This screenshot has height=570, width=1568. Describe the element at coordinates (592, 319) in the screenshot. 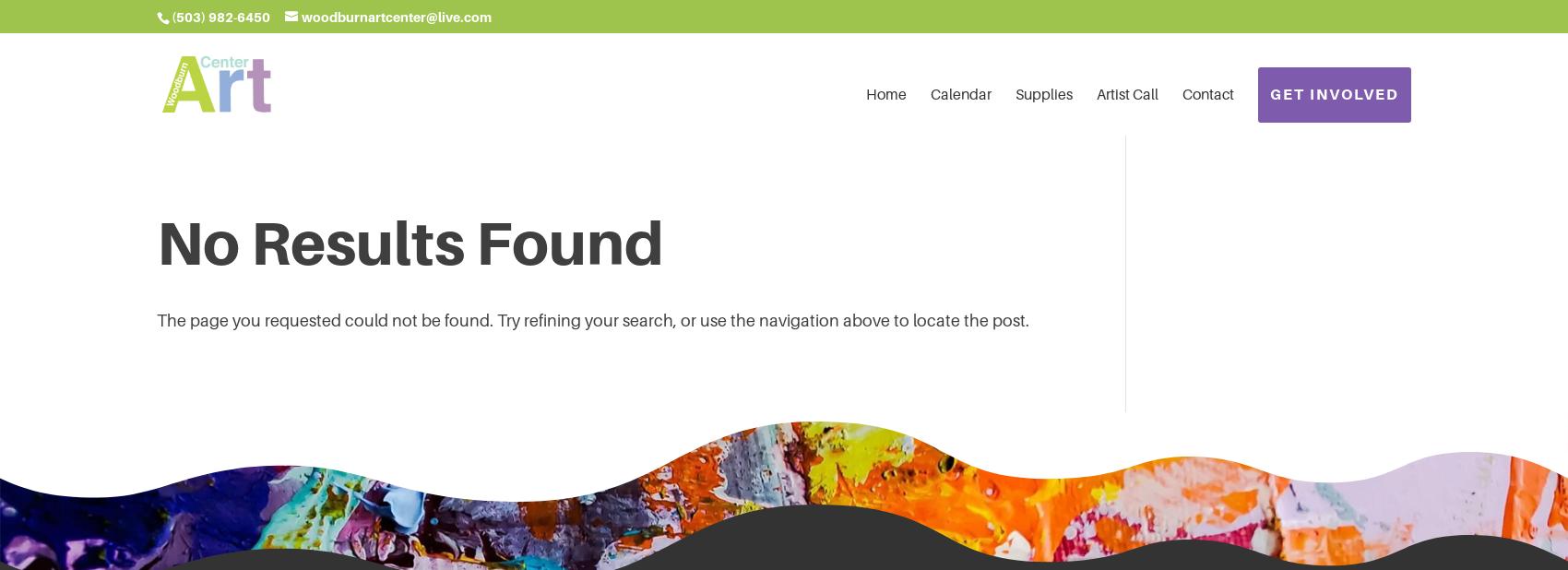

I see `'The page you requested could not be found. Try refining your search, or use the navigation above to locate the post.'` at that location.